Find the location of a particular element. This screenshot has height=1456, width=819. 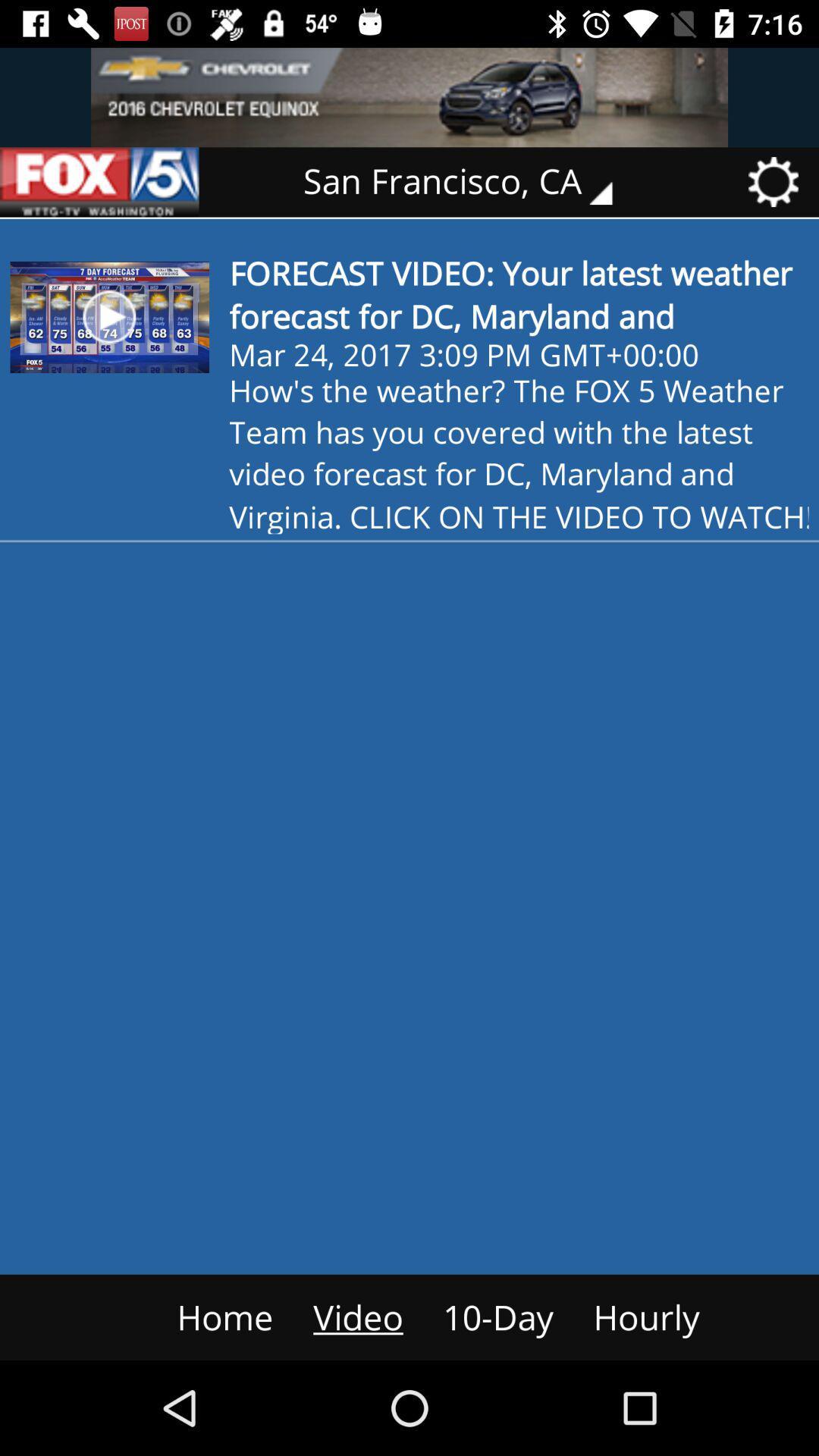

go back is located at coordinates (99, 182).